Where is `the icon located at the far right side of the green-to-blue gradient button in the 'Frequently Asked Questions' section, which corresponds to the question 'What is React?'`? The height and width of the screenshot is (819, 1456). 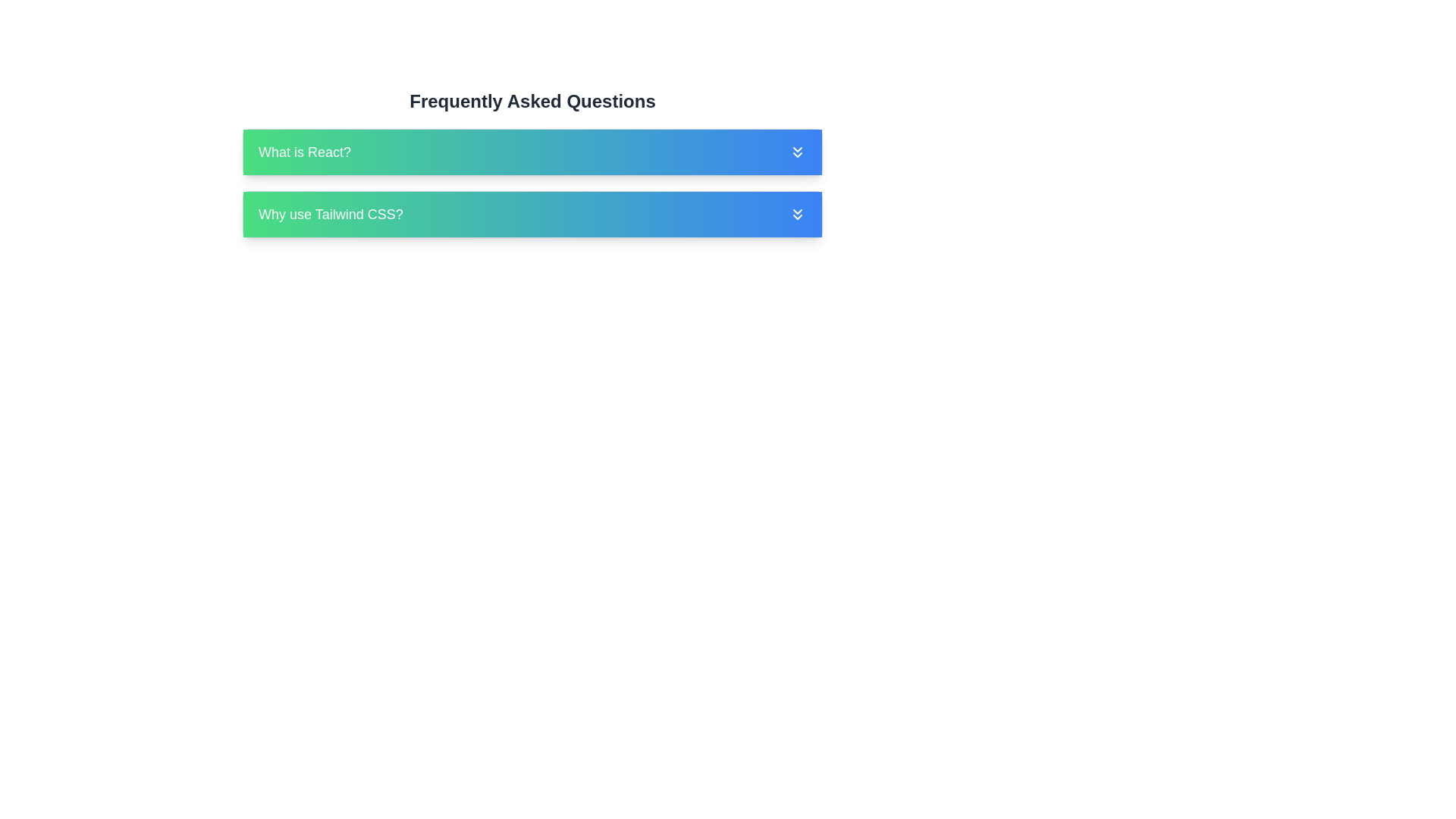 the icon located at the far right side of the green-to-blue gradient button in the 'Frequently Asked Questions' section, which corresponds to the question 'What is React?' is located at coordinates (796, 152).